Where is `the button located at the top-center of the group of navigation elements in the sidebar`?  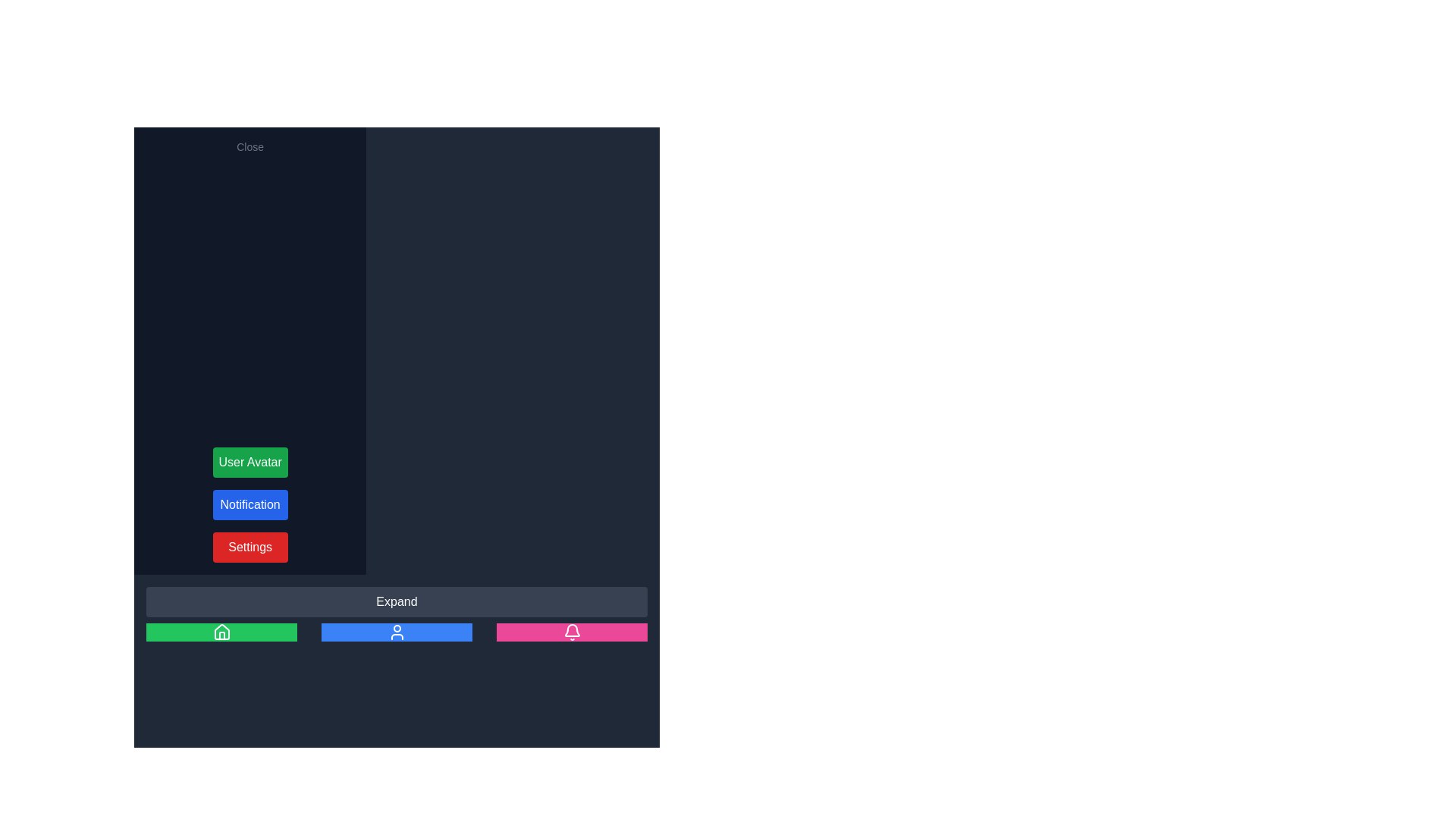
the button located at the top-center of the group of navigation elements in the sidebar is located at coordinates (397, 601).